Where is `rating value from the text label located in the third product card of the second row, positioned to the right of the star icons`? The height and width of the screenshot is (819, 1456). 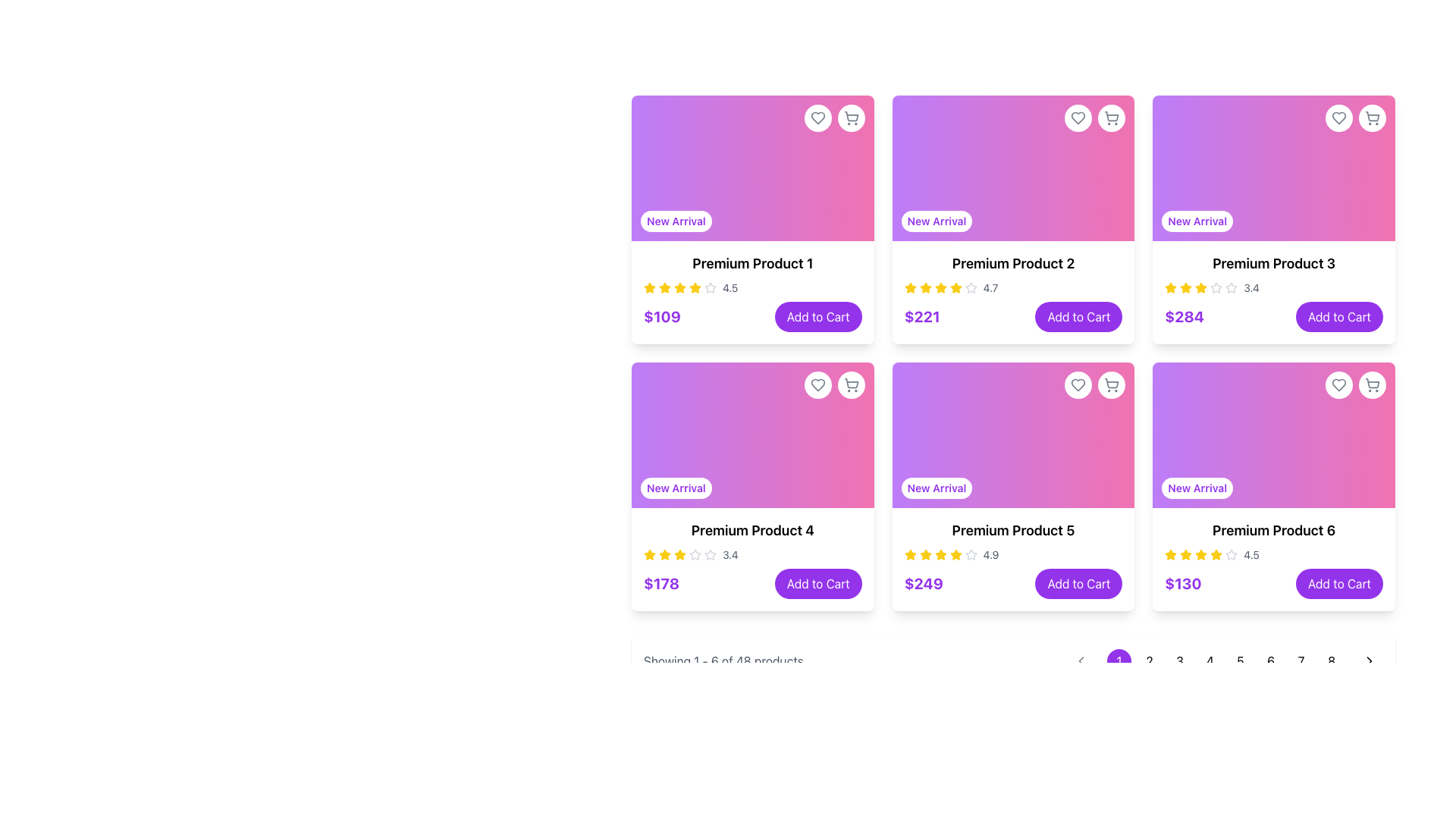 rating value from the text label located in the third product card of the second row, positioned to the right of the star icons is located at coordinates (730, 555).